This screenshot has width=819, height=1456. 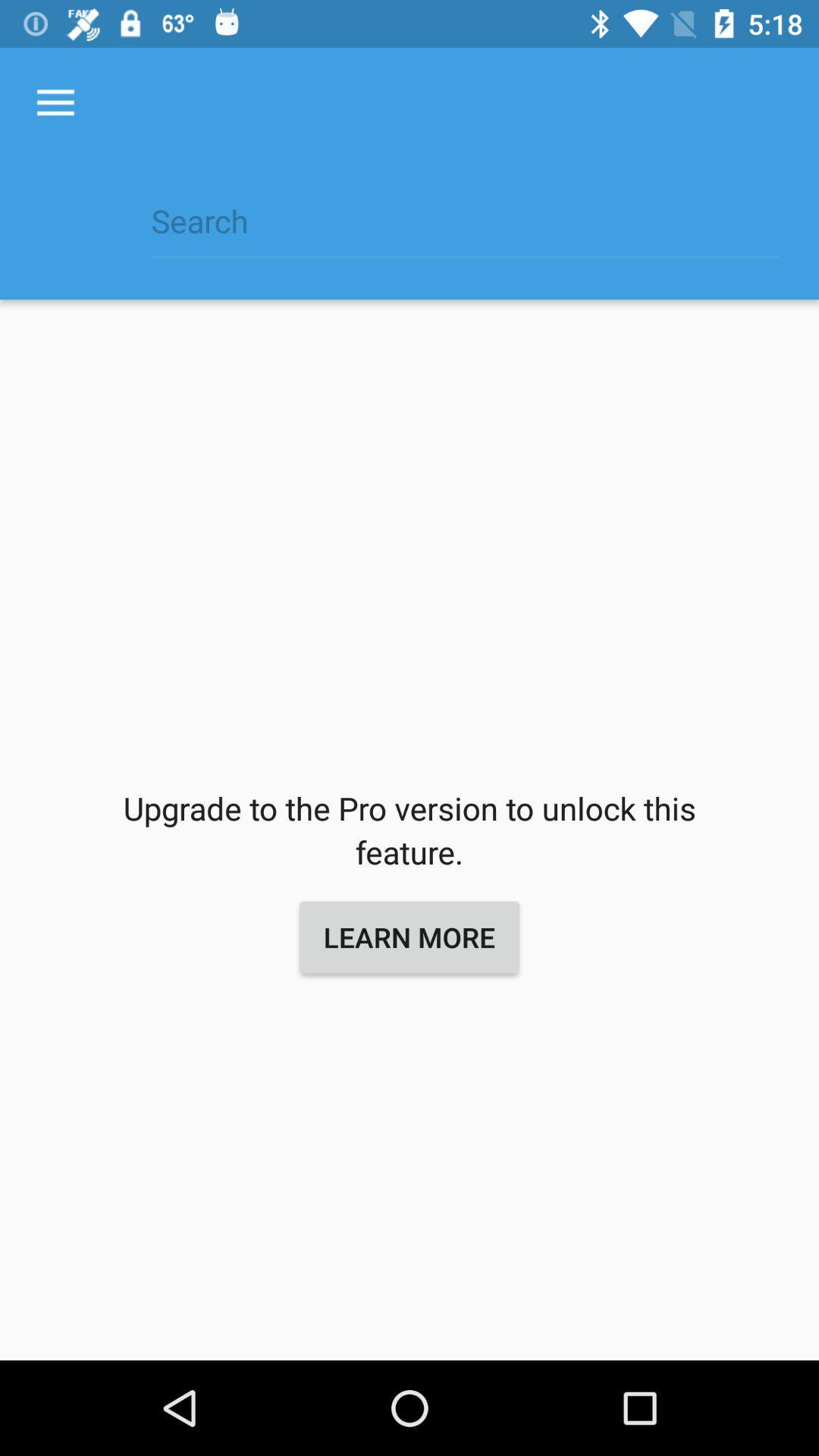 I want to click on icon above the upgrade to the, so click(x=464, y=228).